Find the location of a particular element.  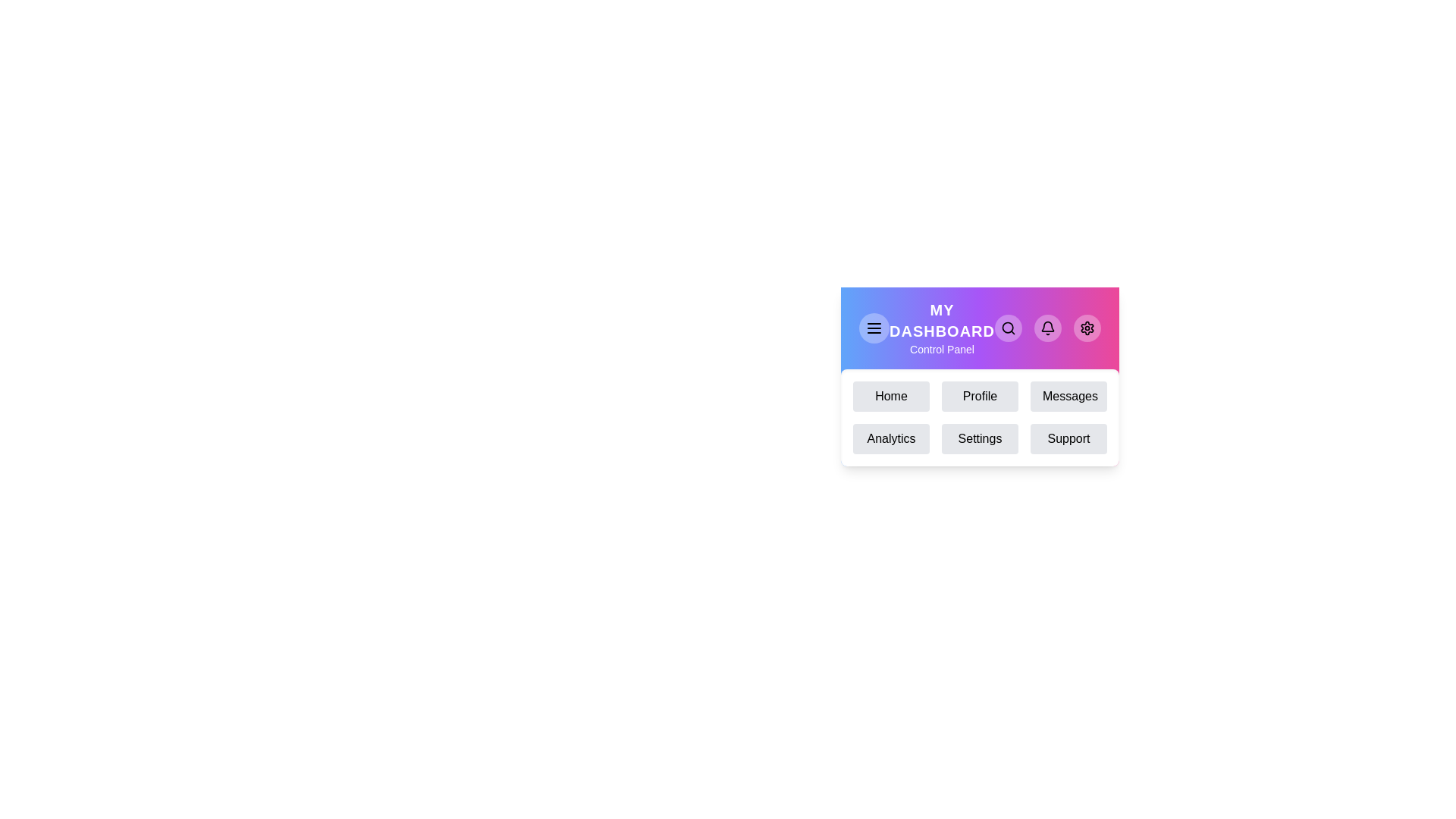

the menu item Messages to navigate to the corresponding section is located at coordinates (1068, 396).